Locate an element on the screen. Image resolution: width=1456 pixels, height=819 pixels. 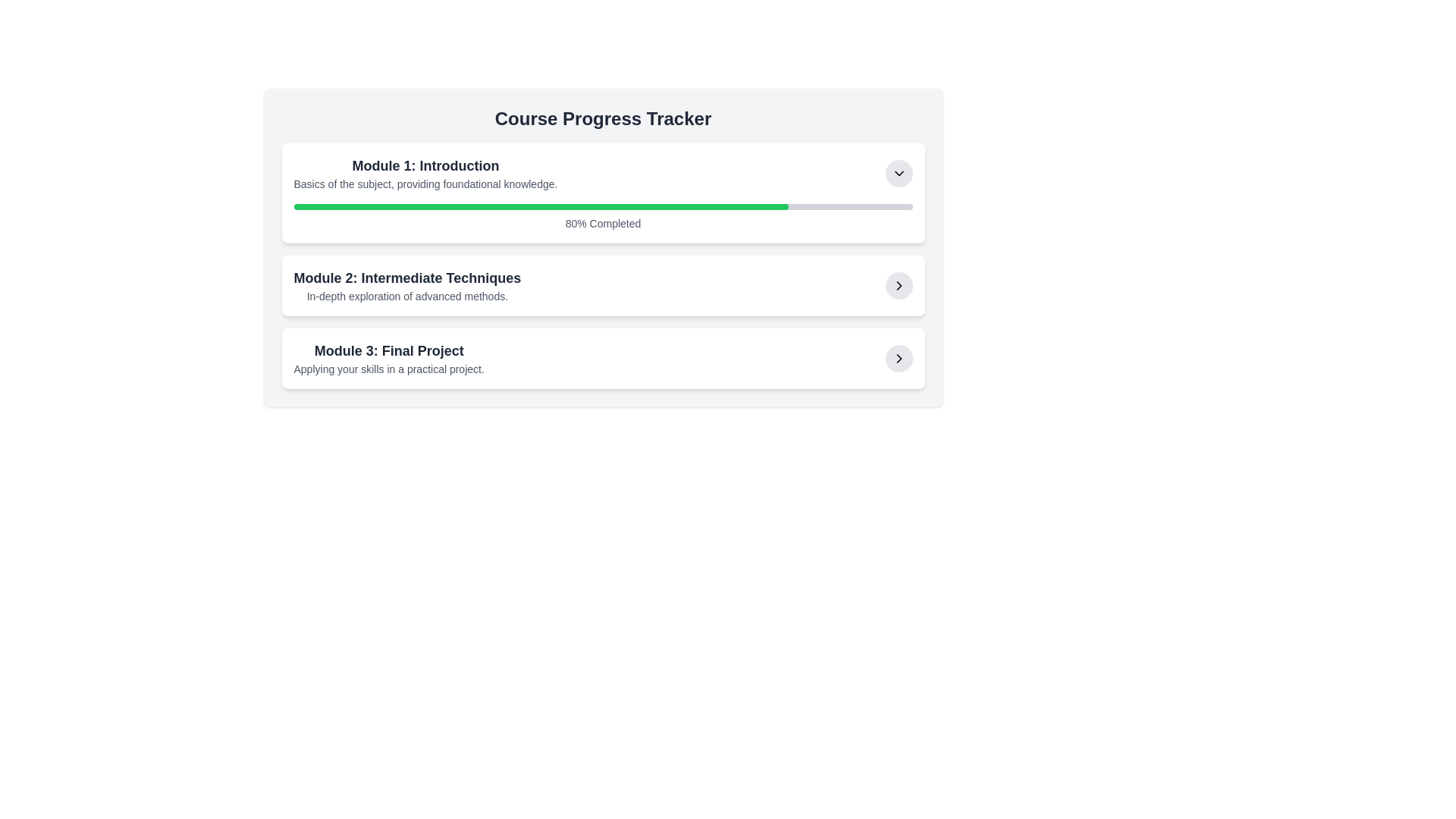
title and description of the first module in the Course Progress Tracker, which is a Collapsible module item located at the top of the list is located at coordinates (602, 172).